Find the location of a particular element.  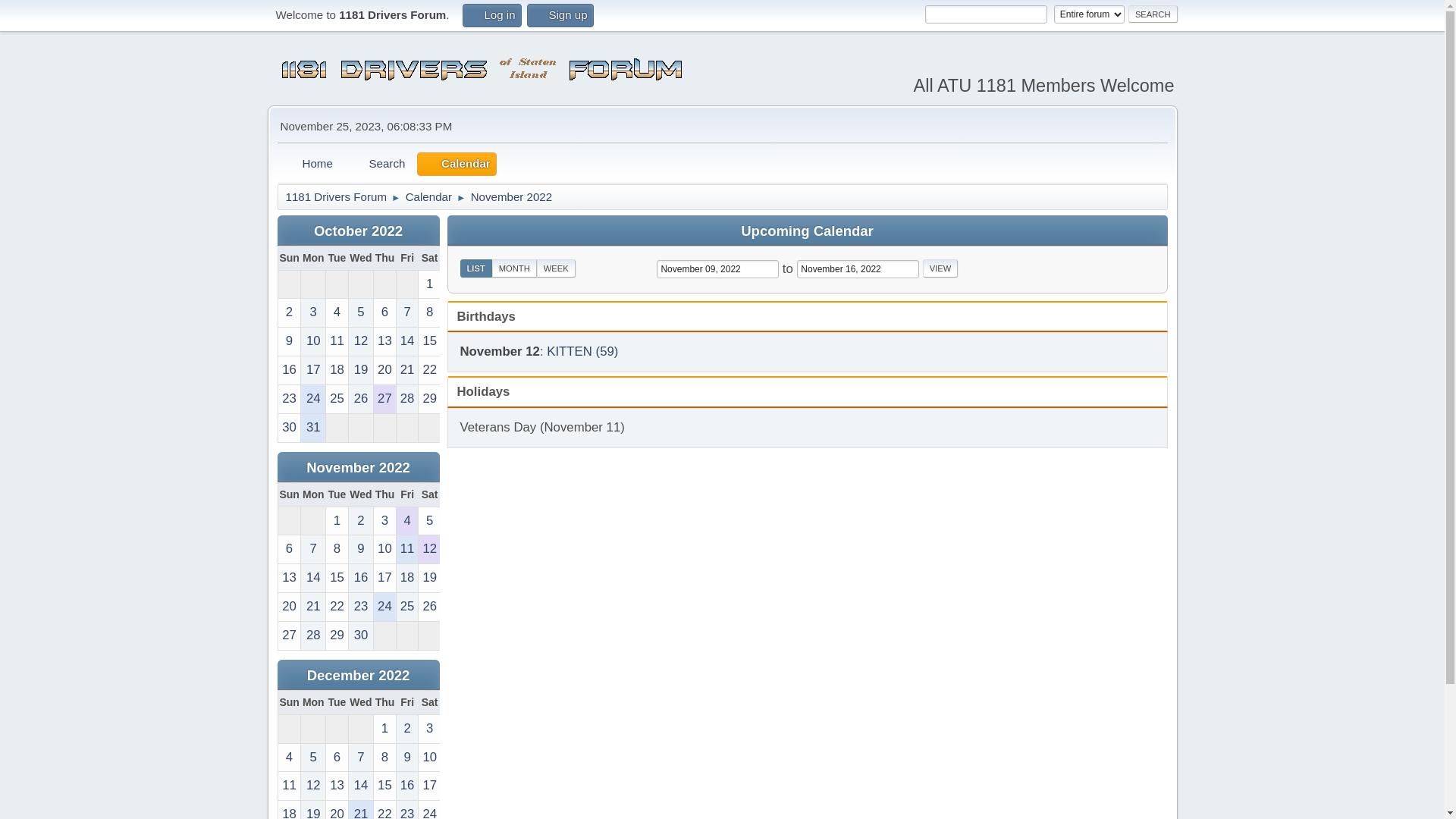

'30' is located at coordinates (348, 635).